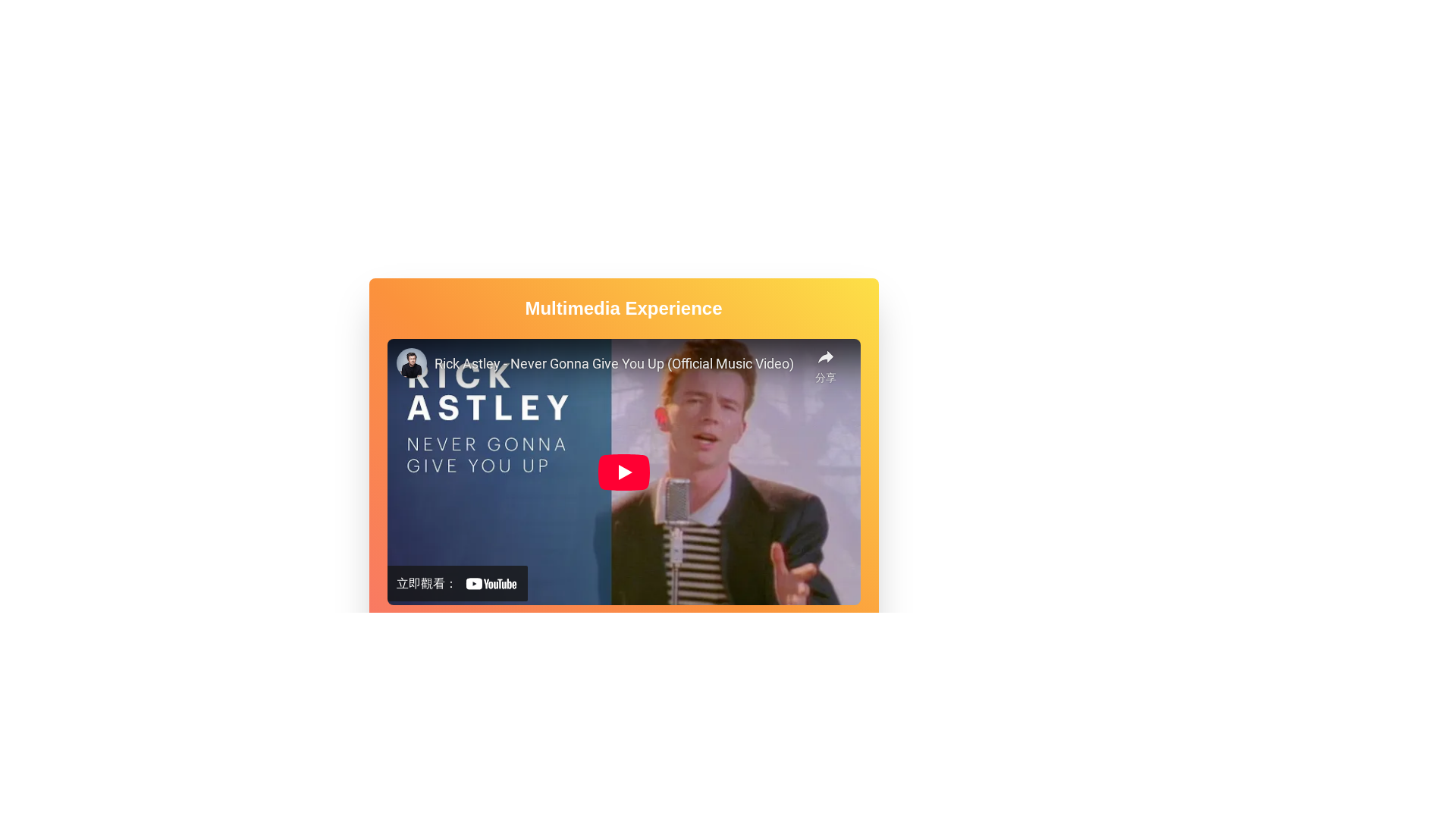  Describe the element at coordinates (623, 308) in the screenshot. I see `the prominent heading displaying the text 'Multimedia Experience' which is styled with white text color and aligned centrally on a gradient background` at that location.